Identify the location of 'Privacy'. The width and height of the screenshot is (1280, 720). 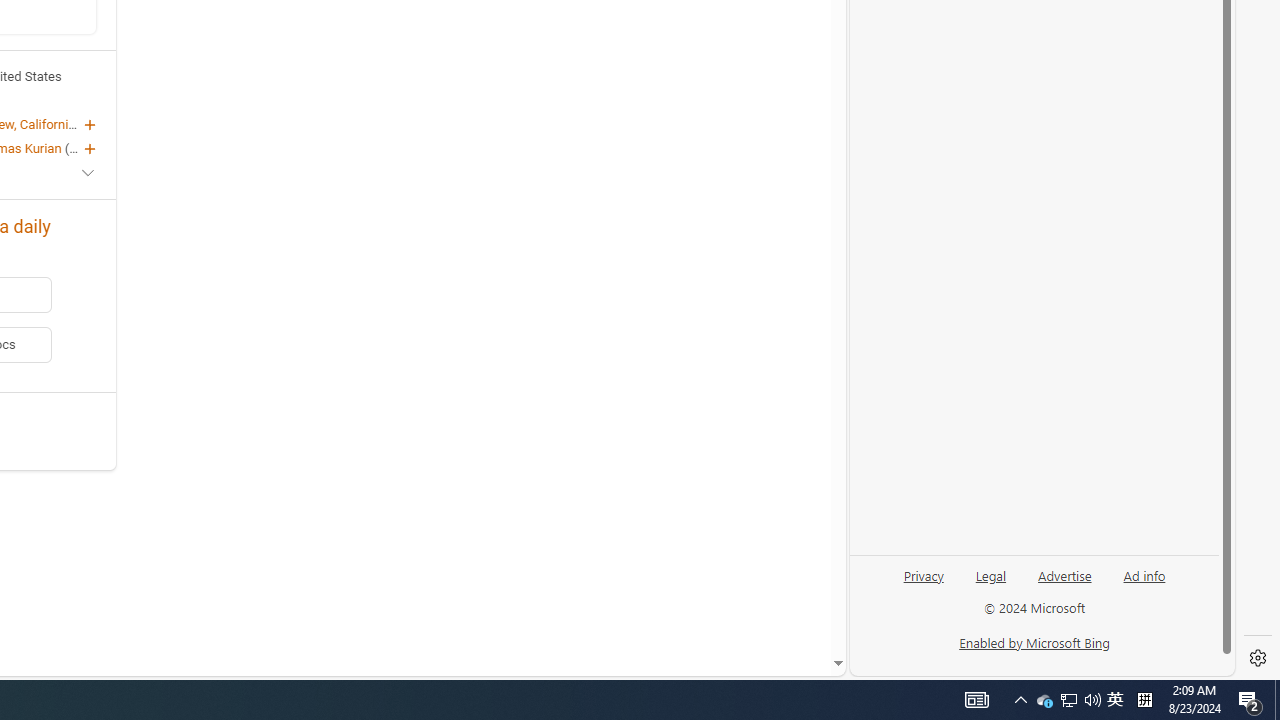
(922, 583).